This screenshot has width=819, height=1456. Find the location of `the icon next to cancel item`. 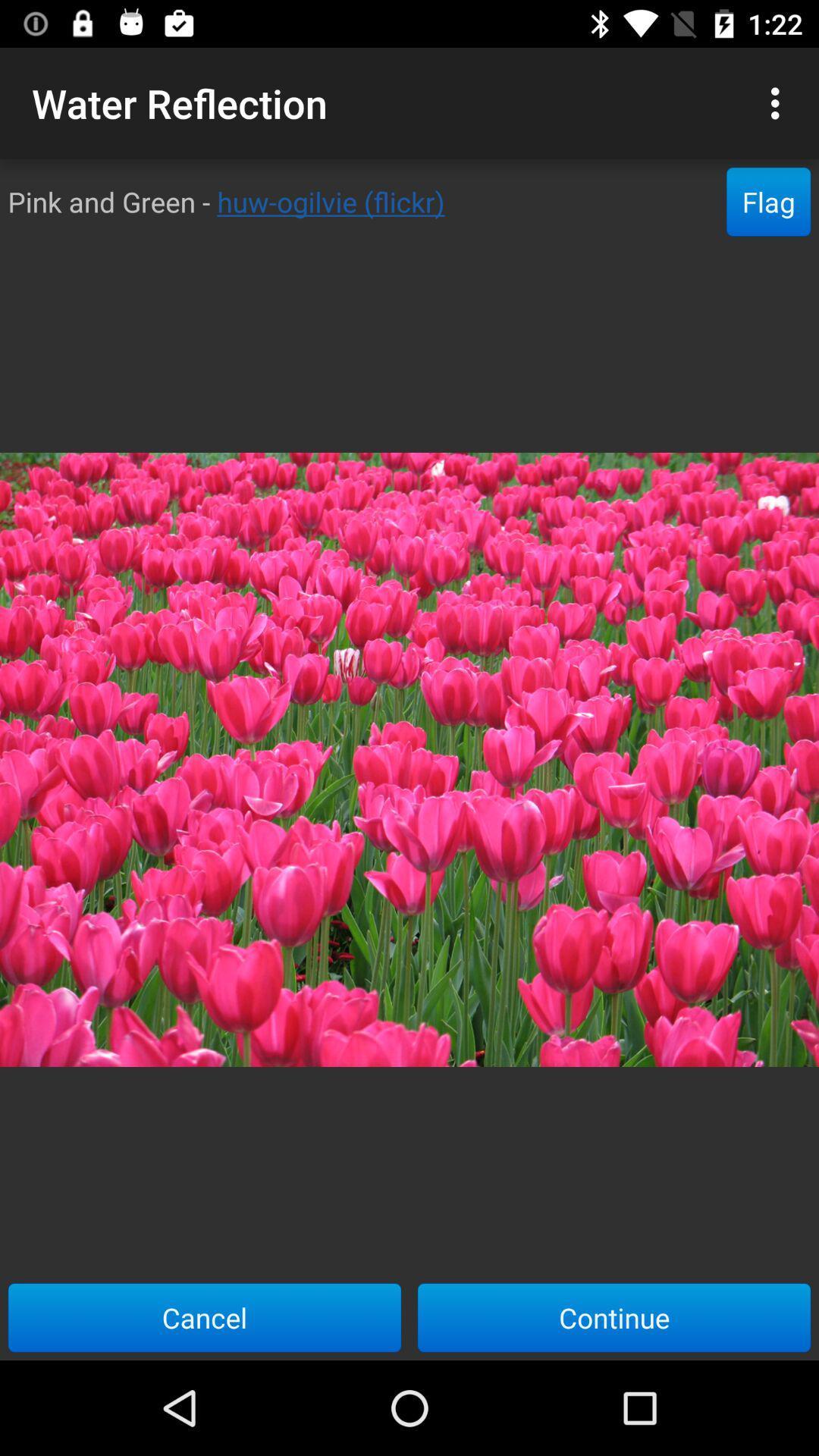

the icon next to cancel item is located at coordinates (614, 1316).